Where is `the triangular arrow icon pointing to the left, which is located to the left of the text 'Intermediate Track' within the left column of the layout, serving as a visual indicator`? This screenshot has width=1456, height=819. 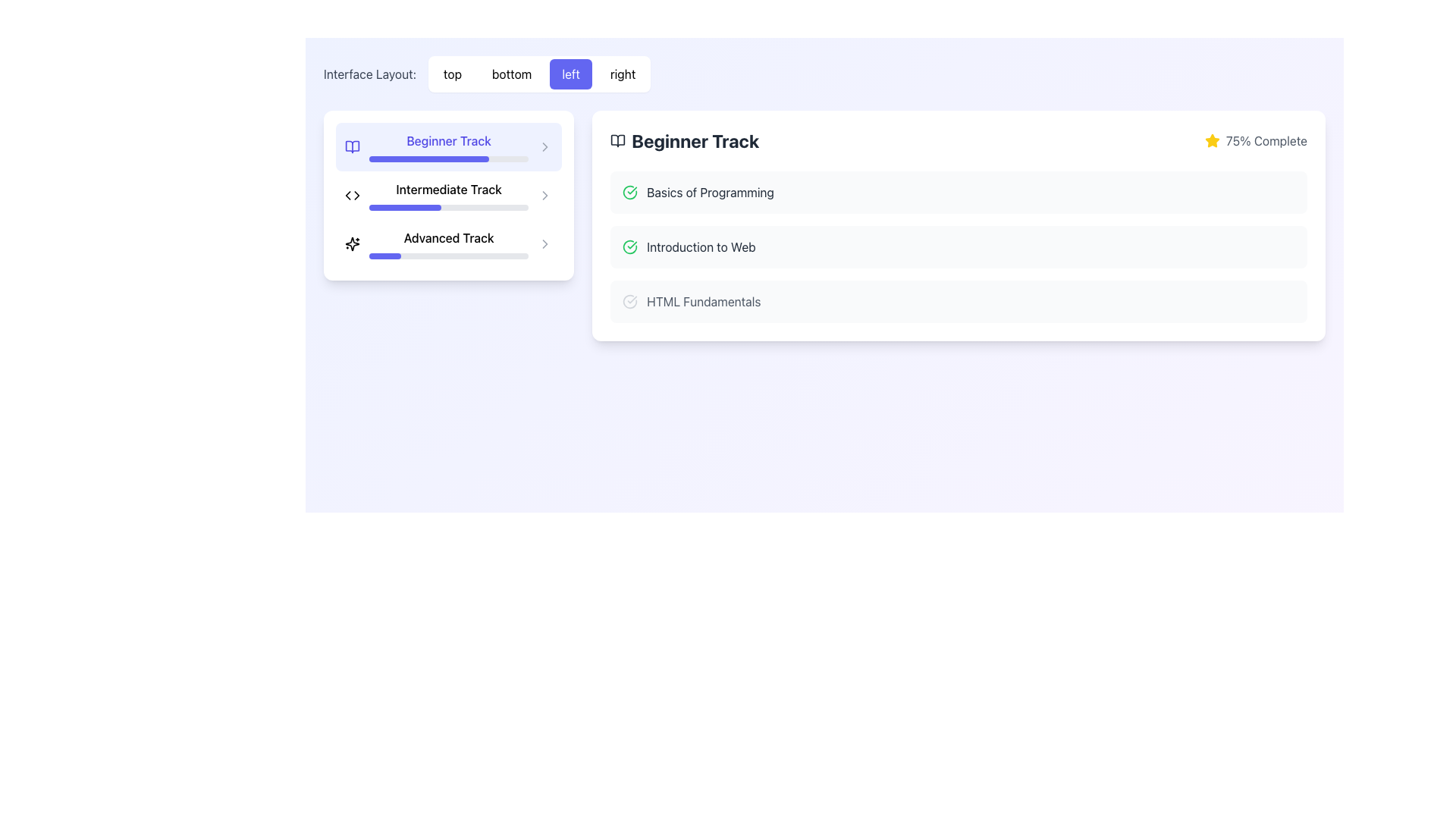 the triangular arrow icon pointing to the left, which is located to the left of the text 'Intermediate Track' within the left column of the layout, serving as a visual indicator is located at coordinates (356, 195).